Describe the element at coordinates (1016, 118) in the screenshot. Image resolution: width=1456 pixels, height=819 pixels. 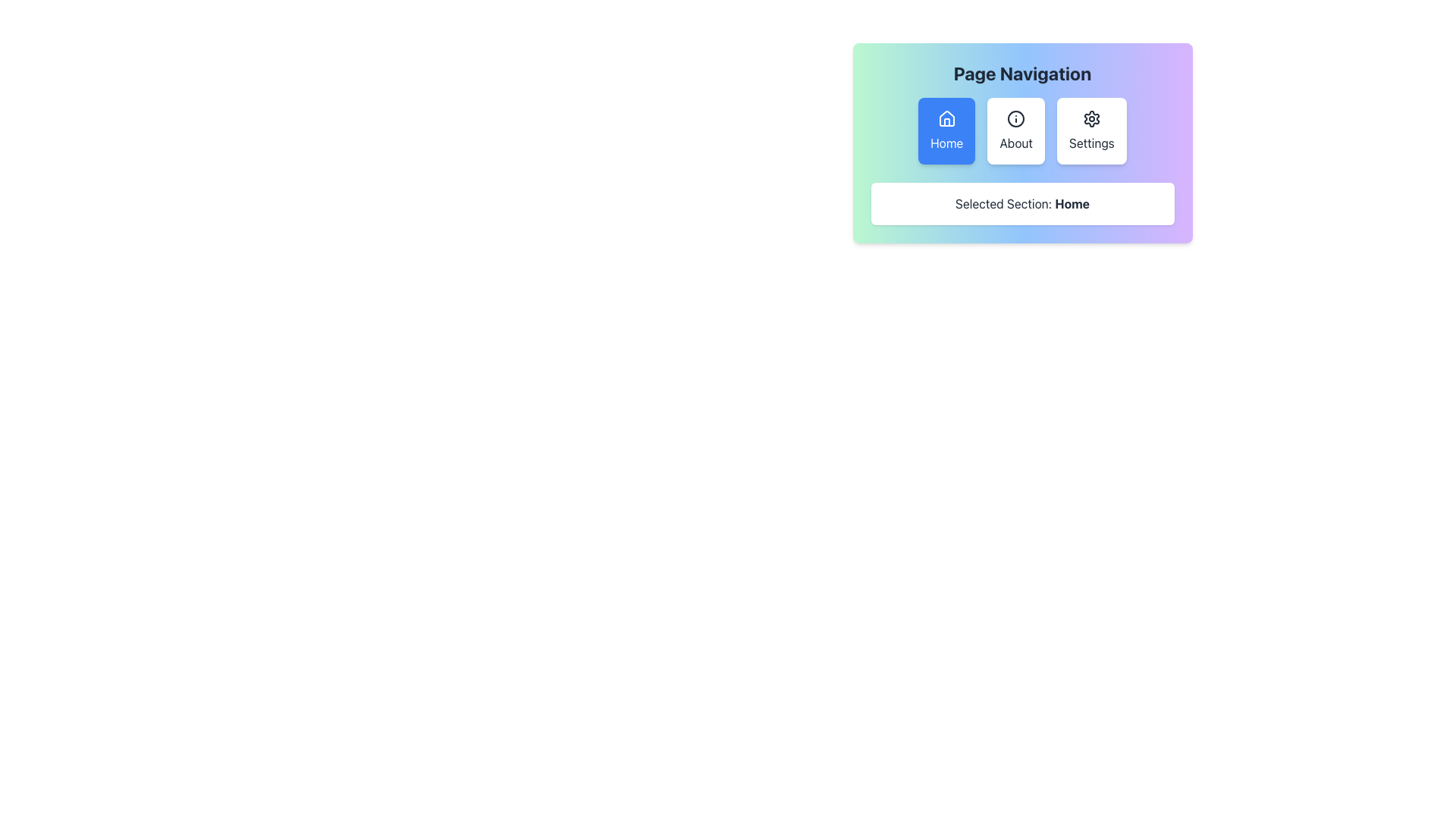
I see `the circular information icon located near the top-center of the 'About' section button in the navigation panel, which is outlined in black with a gray fill` at that location.